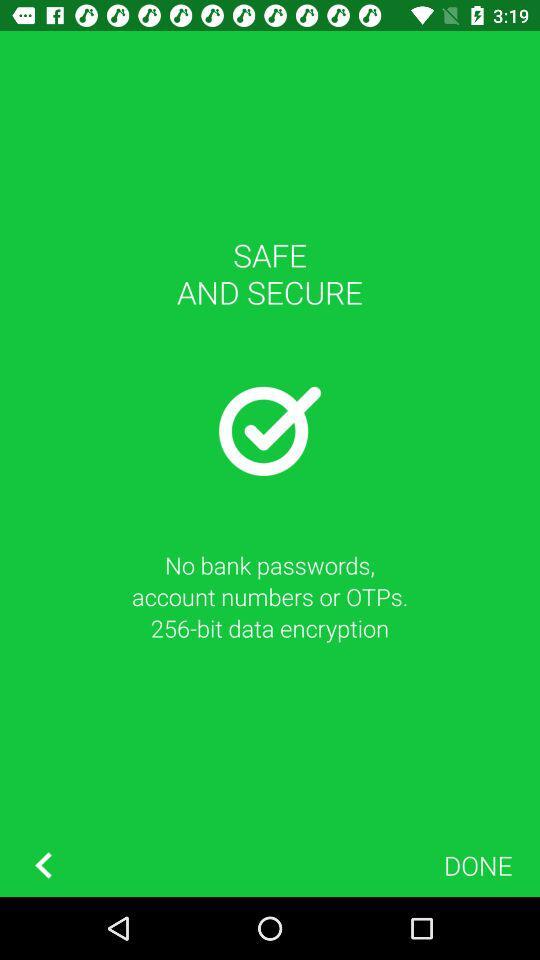 The image size is (540, 960). I want to click on icon below no bank passwords item, so click(43, 864).